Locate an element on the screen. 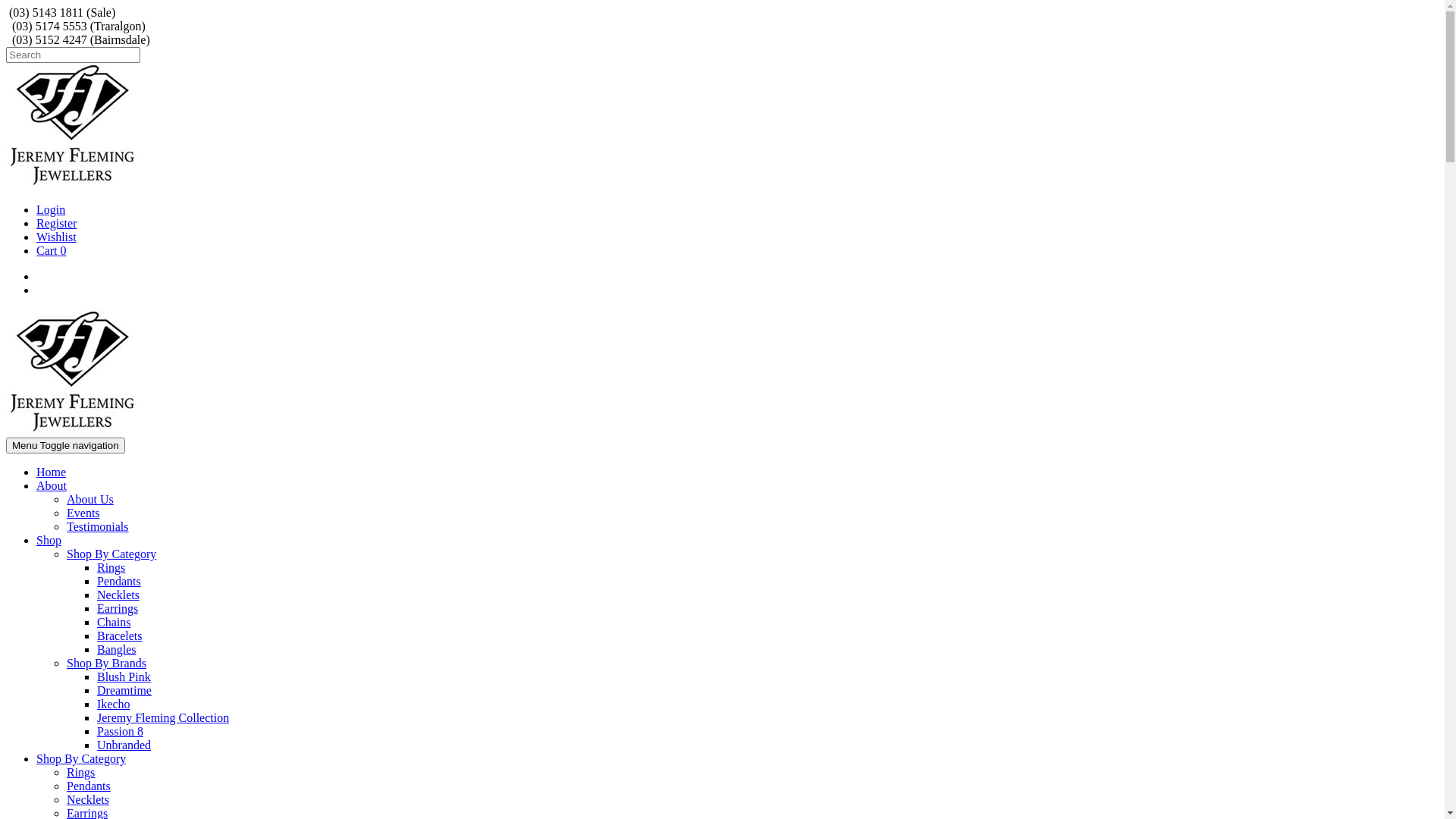  'Pendants' is located at coordinates (96, 580).